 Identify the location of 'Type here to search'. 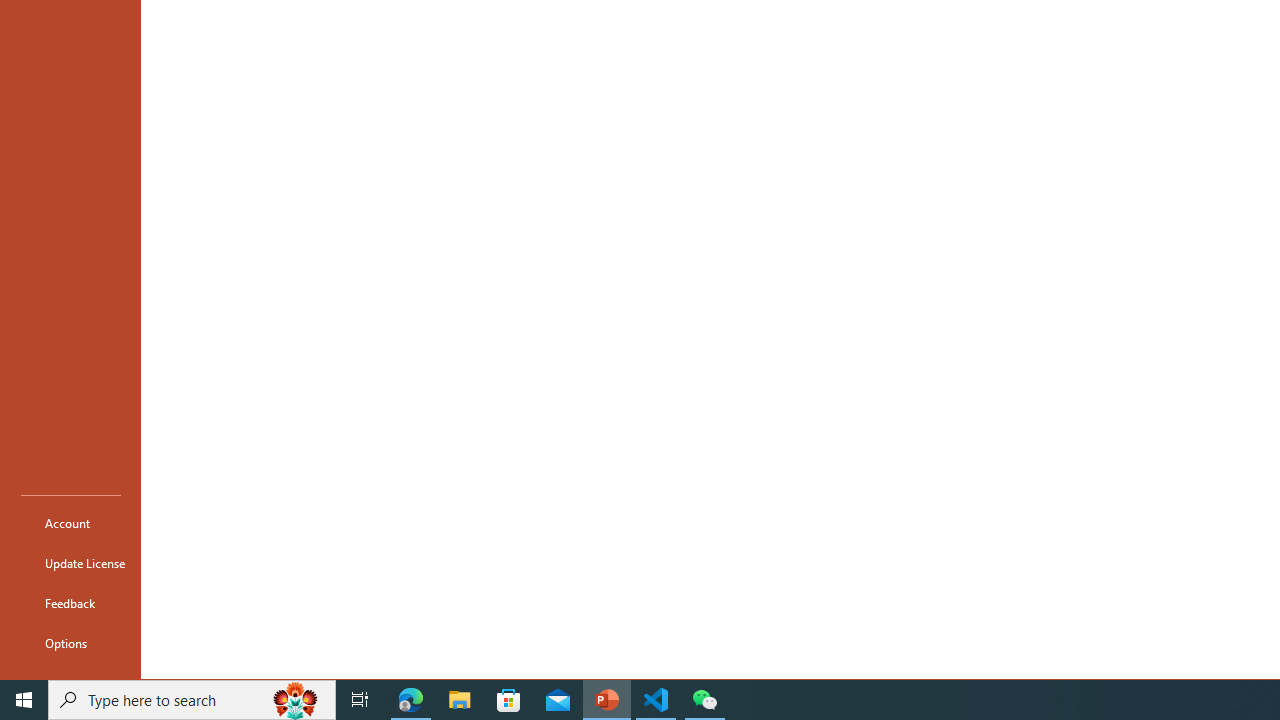
(192, 698).